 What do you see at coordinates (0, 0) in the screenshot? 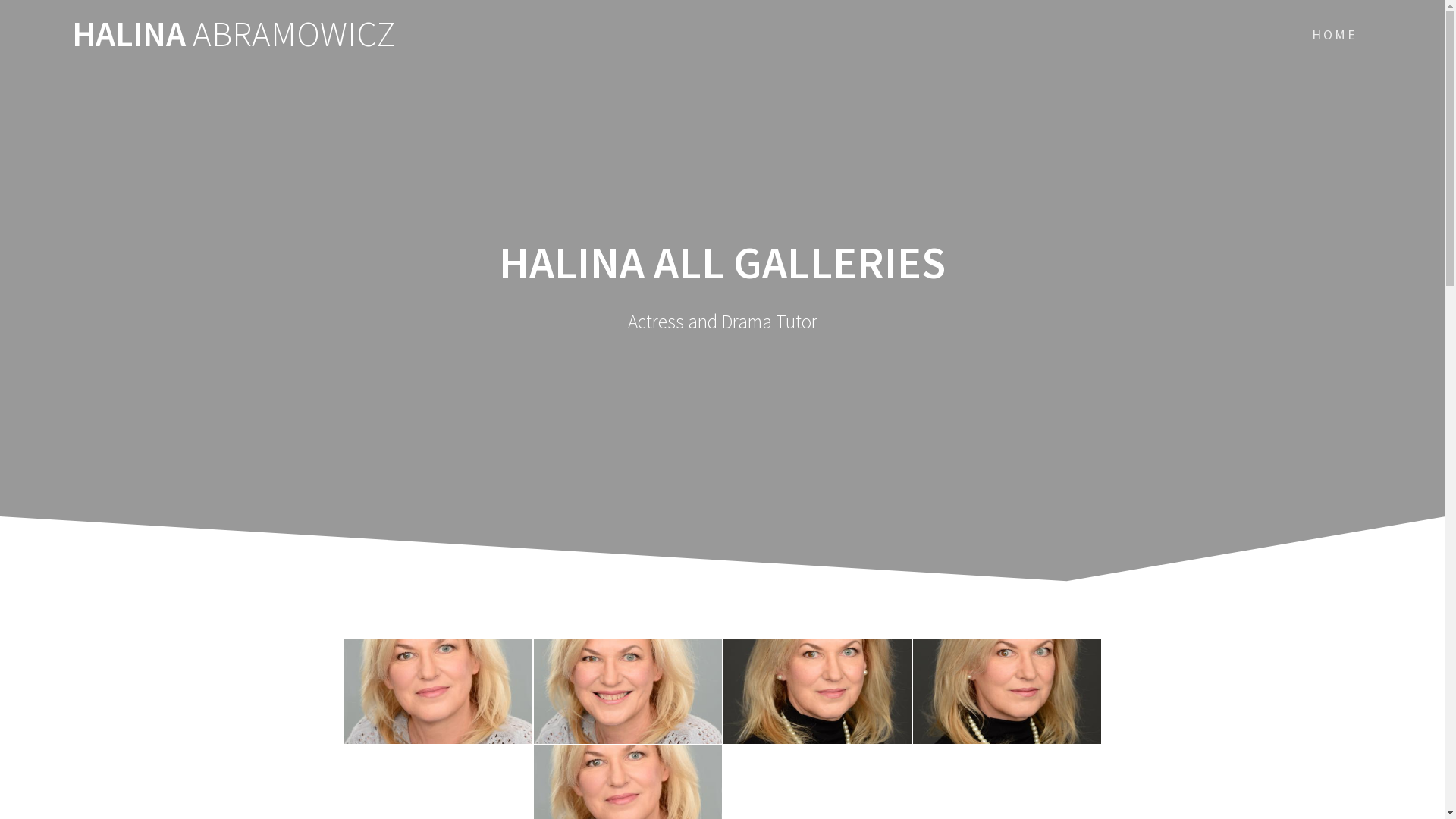
I see `'Skip to content'` at bounding box center [0, 0].